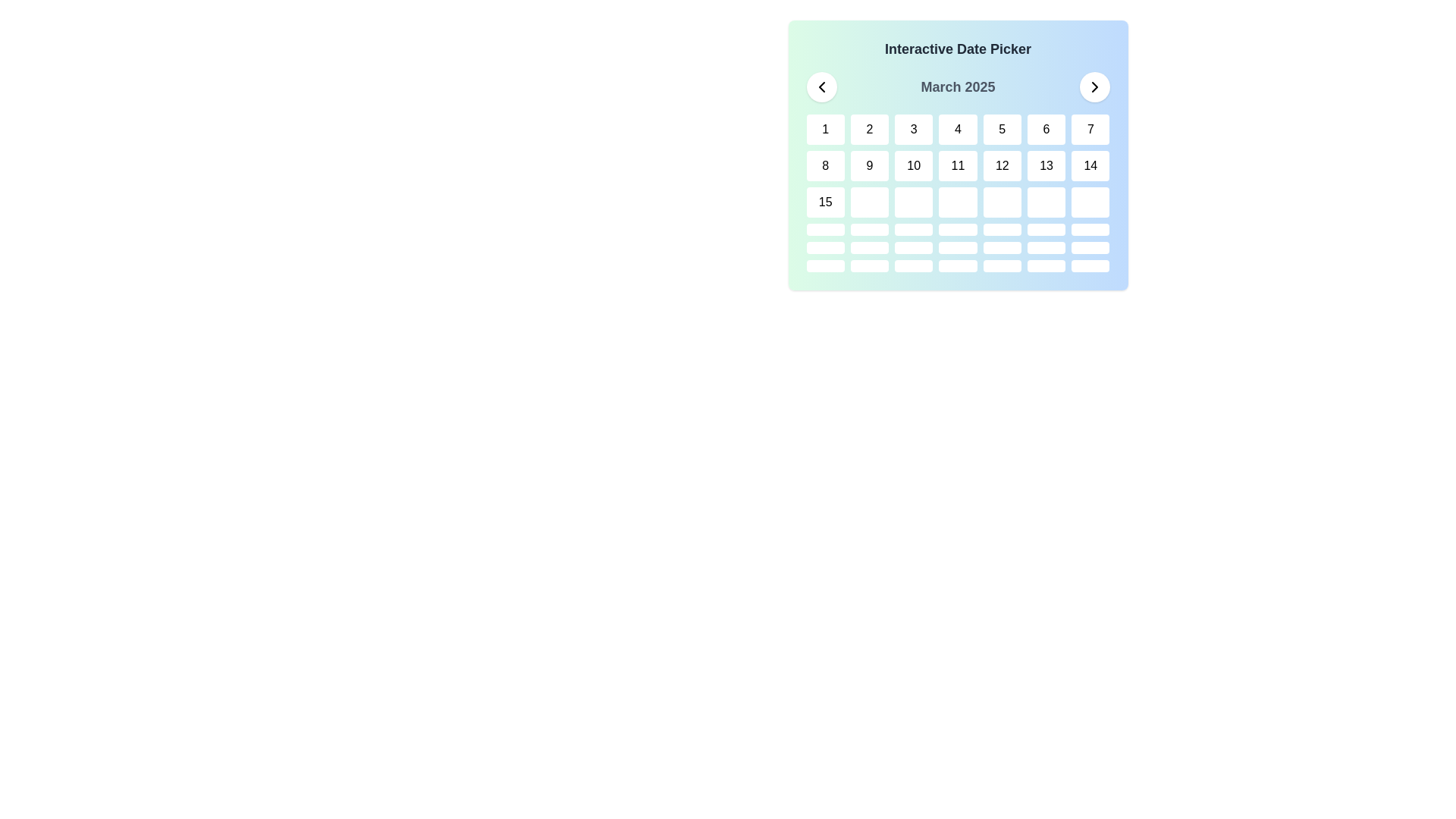  What do you see at coordinates (824, 128) in the screenshot?
I see `the first day of the month button in the date picker` at bounding box center [824, 128].